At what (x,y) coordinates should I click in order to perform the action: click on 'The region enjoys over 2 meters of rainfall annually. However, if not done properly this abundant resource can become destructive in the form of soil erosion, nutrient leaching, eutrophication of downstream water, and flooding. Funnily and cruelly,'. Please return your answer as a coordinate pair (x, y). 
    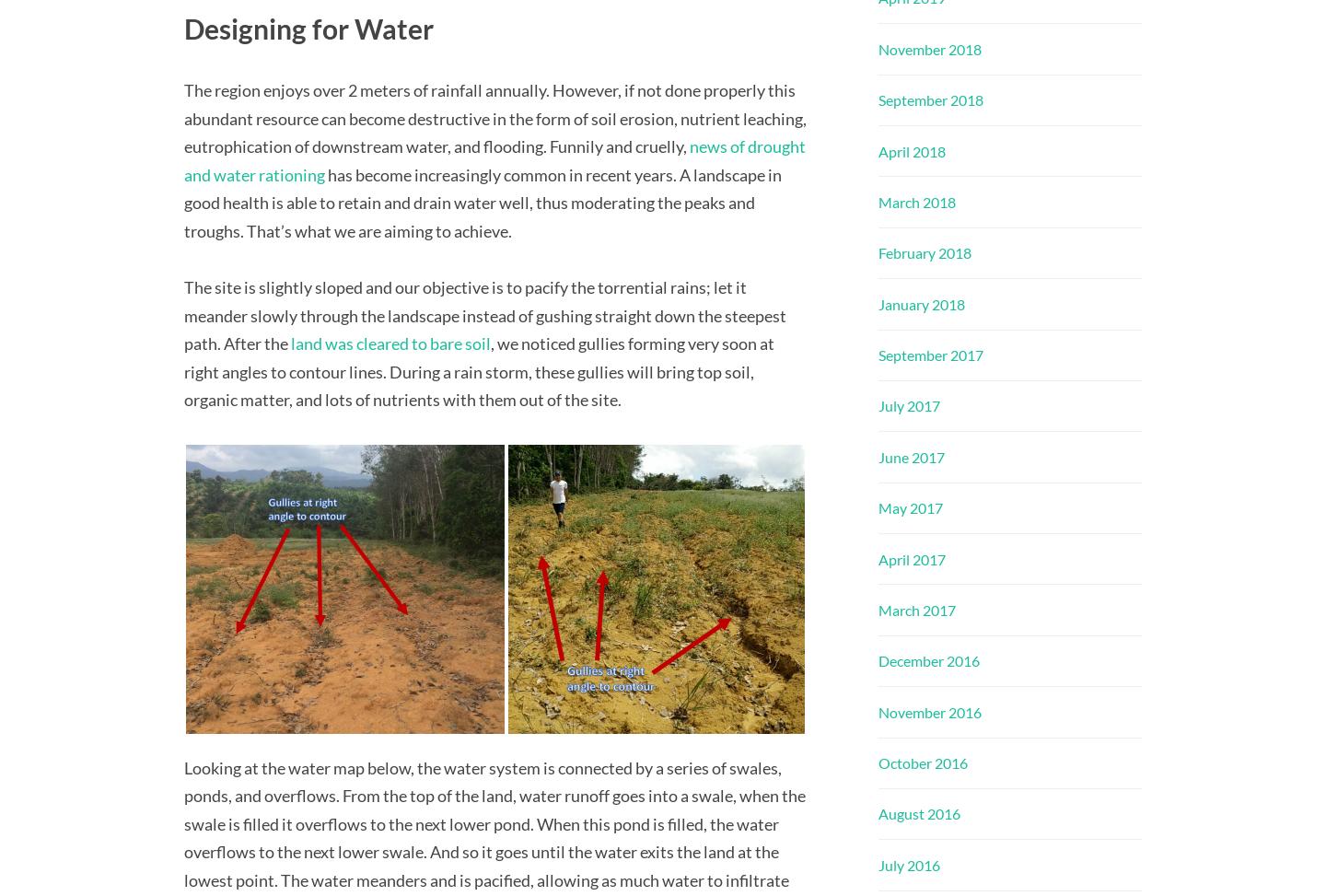
    Looking at the image, I should click on (184, 117).